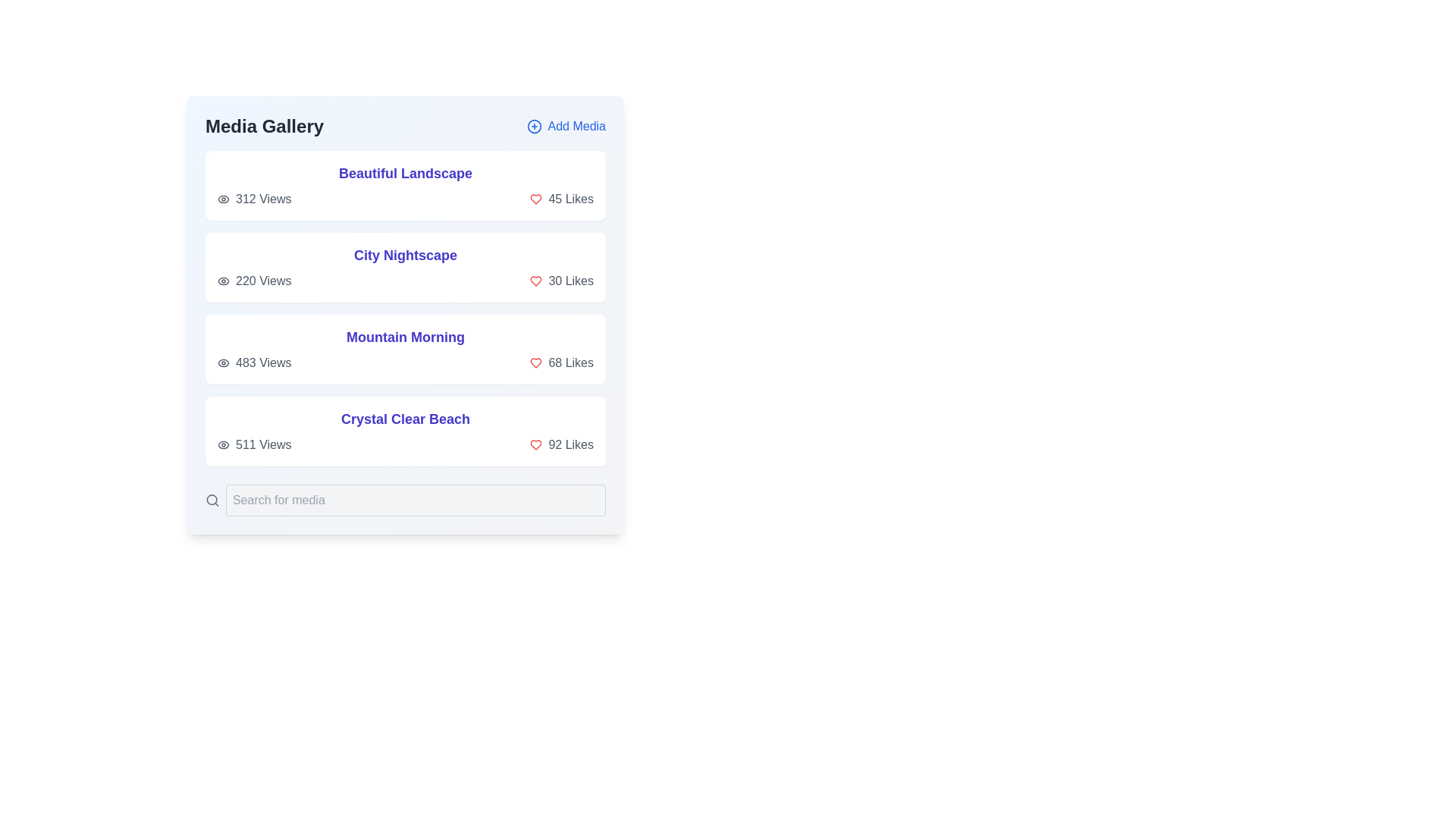 The height and width of the screenshot is (819, 1456). I want to click on the title of the media item City Nightscape, so click(405, 254).